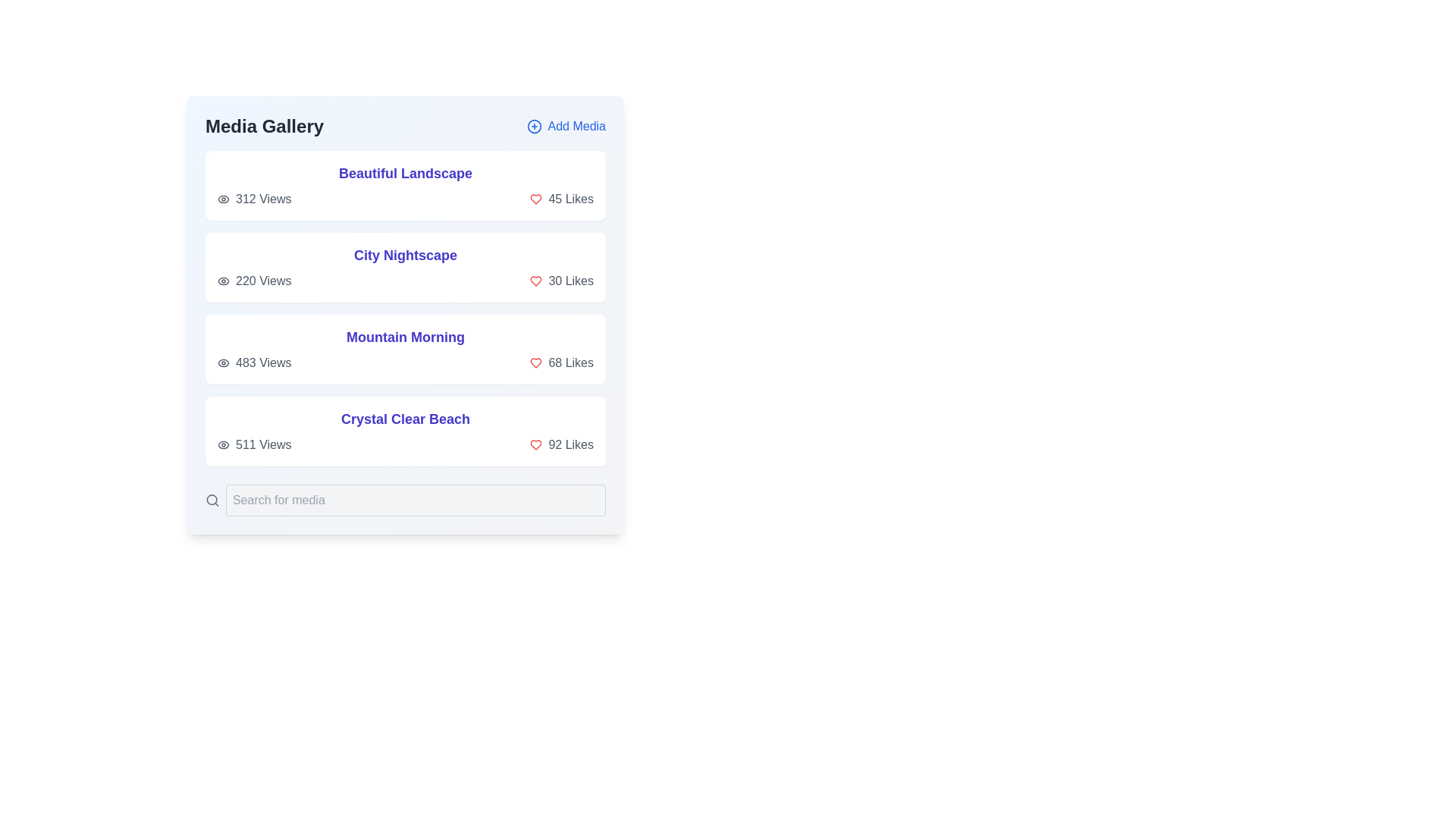 The height and width of the screenshot is (819, 1456). I want to click on the title of the media item City Nightscape, so click(405, 254).